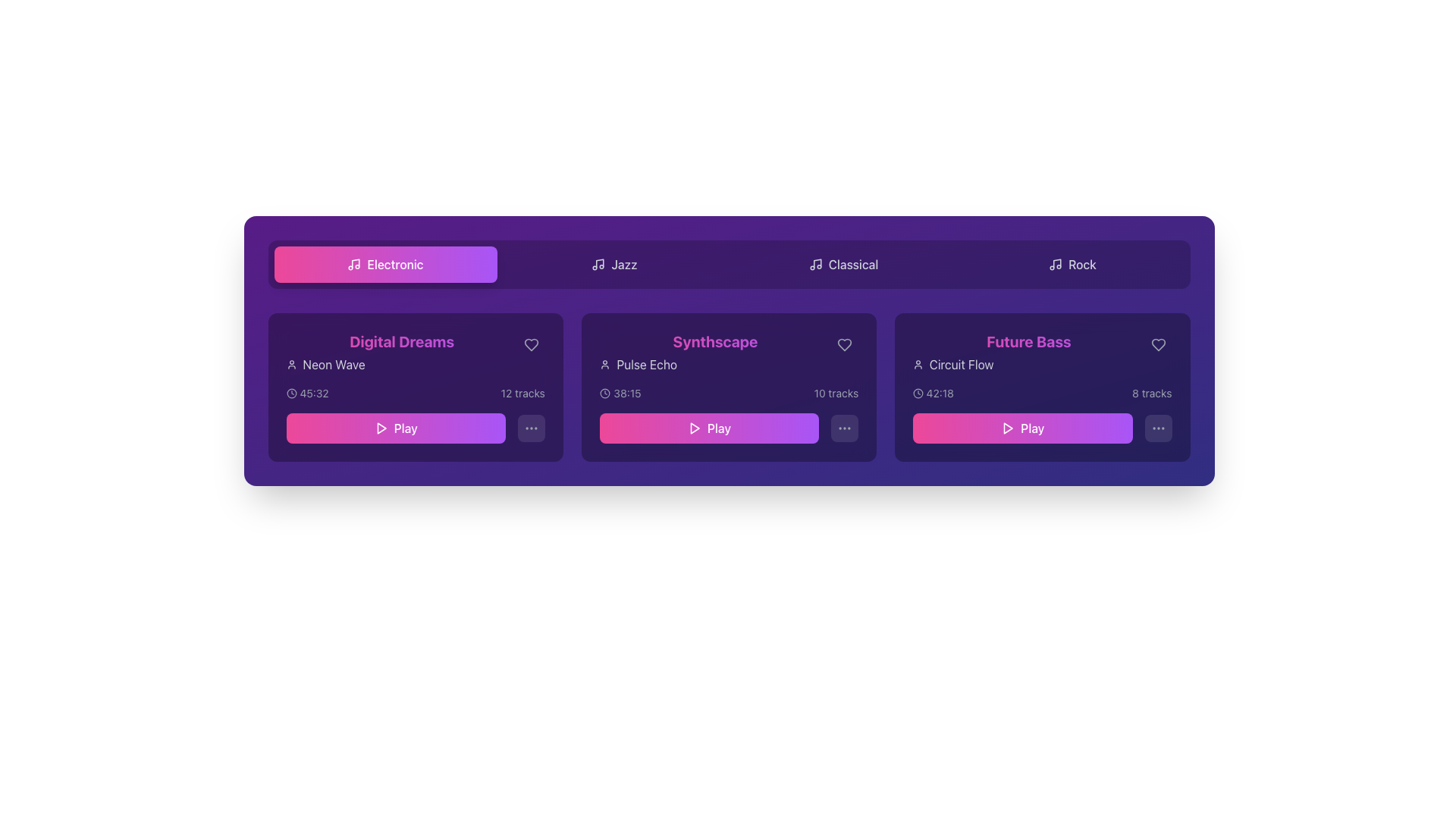 Image resolution: width=1456 pixels, height=819 pixels. Describe the element at coordinates (385, 263) in the screenshot. I see `the 'Electronic' button` at that location.